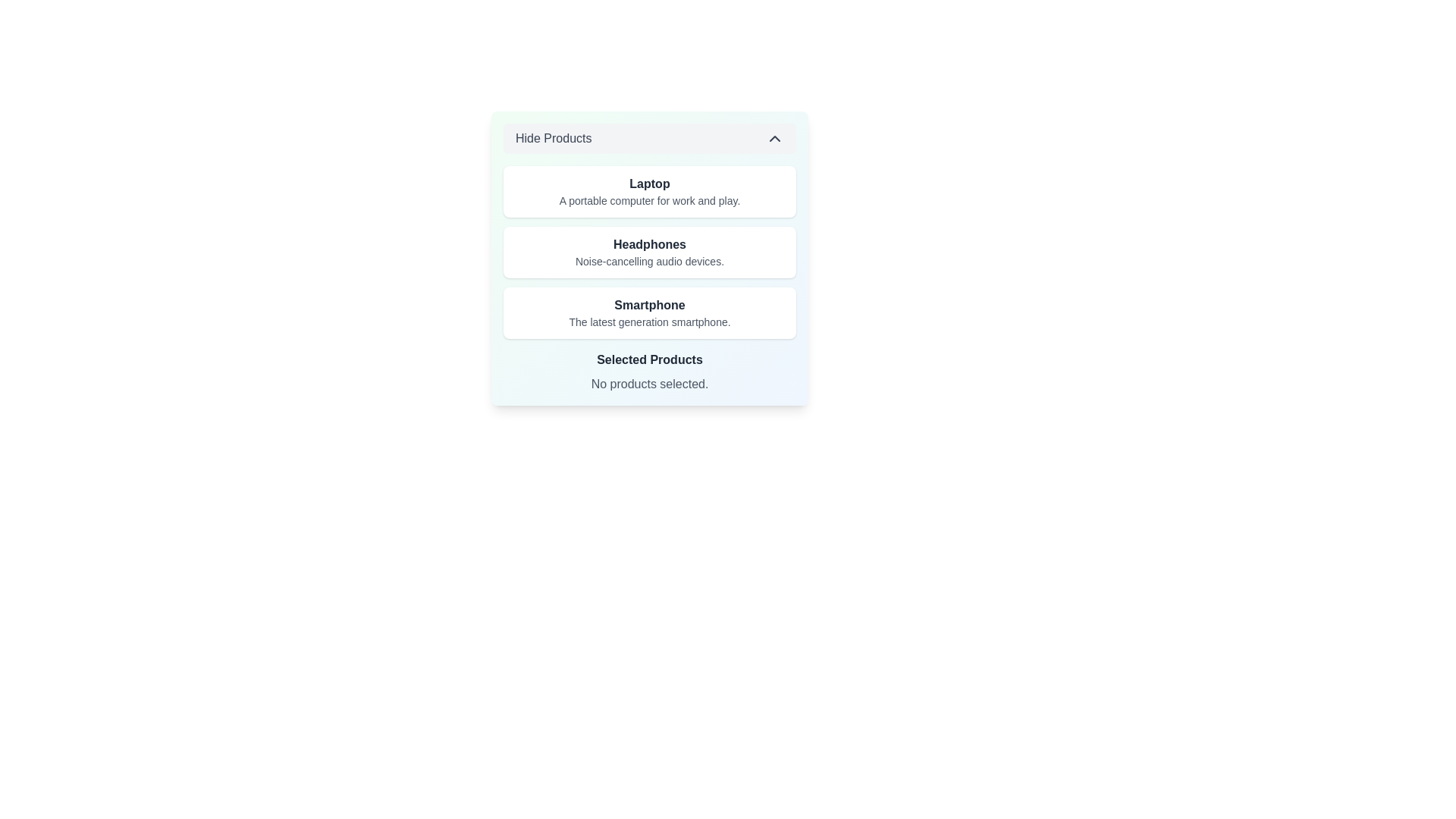 Image resolution: width=1456 pixels, height=819 pixels. What do you see at coordinates (650, 383) in the screenshot?
I see `the text label that informs the user there are no selected products currently, located directly below the 'Selected Products' text` at bounding box center [650, 383].